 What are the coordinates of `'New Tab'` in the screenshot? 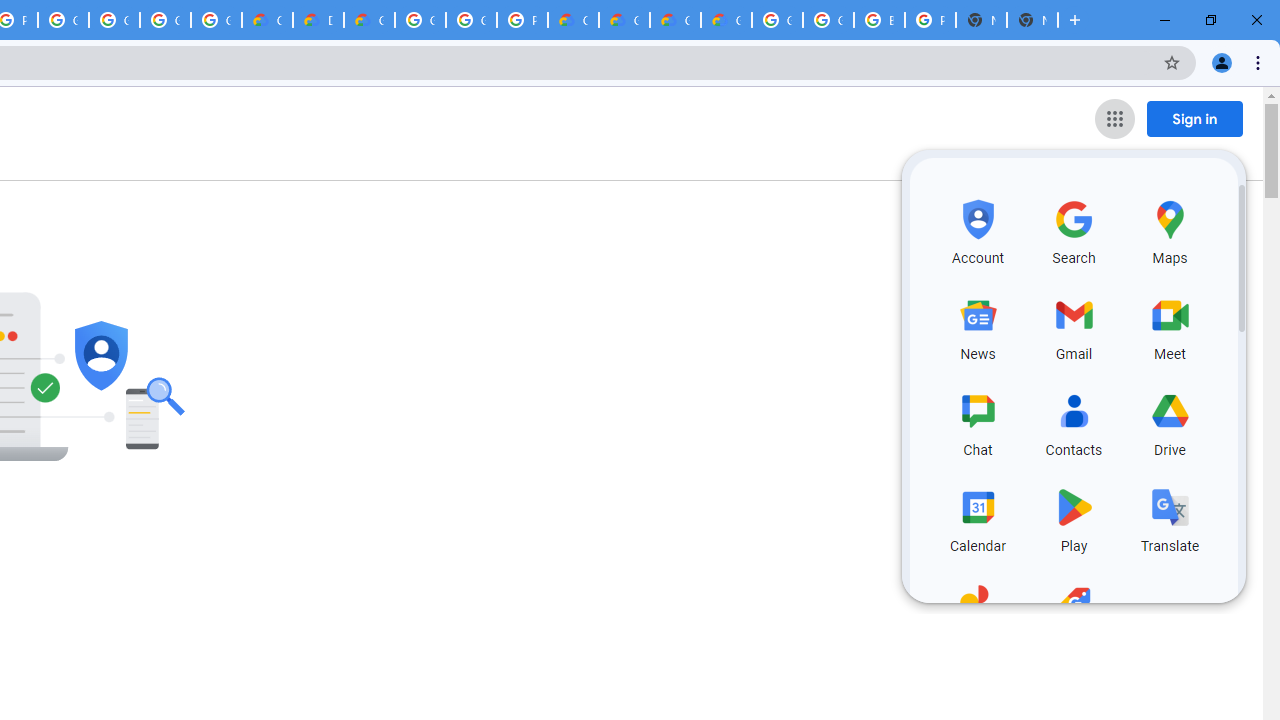 It's located at (1032, 20).